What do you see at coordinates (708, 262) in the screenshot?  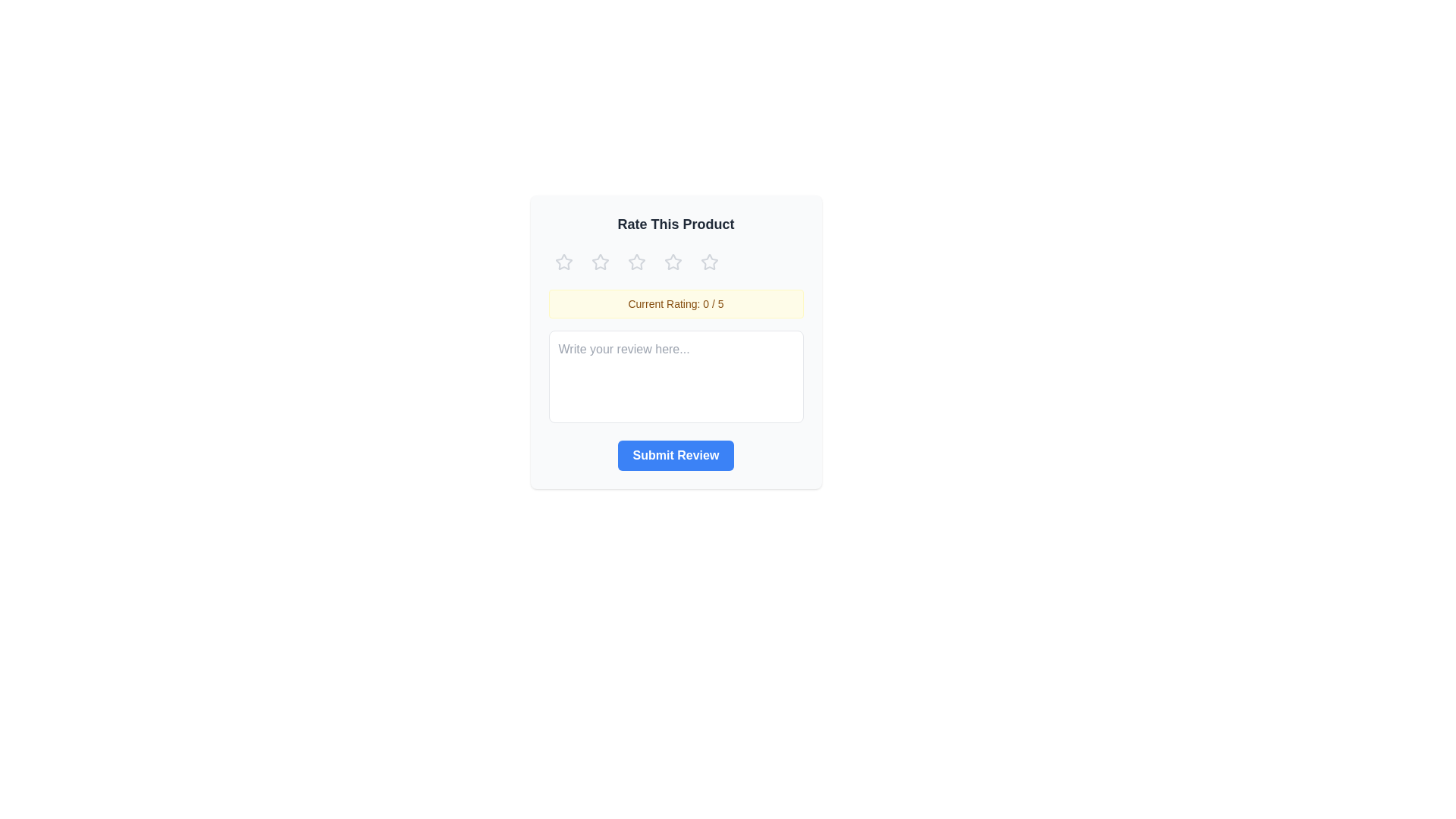 I see `the star corresponding to the desired rating 5` at bounding box center [708, 262].